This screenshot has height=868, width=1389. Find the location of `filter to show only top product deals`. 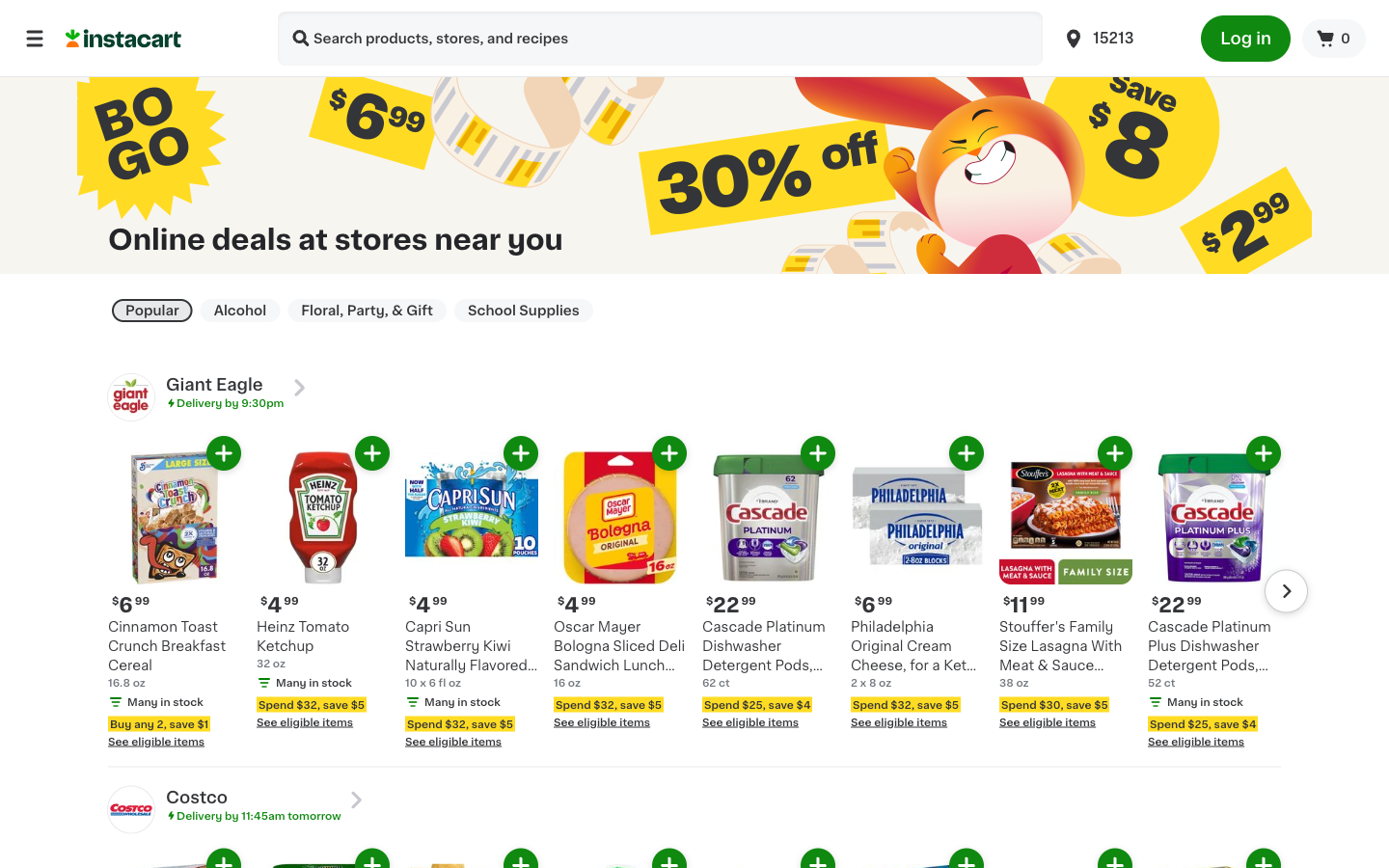

filter to show only top product deals is located at coordinates (150, 310).